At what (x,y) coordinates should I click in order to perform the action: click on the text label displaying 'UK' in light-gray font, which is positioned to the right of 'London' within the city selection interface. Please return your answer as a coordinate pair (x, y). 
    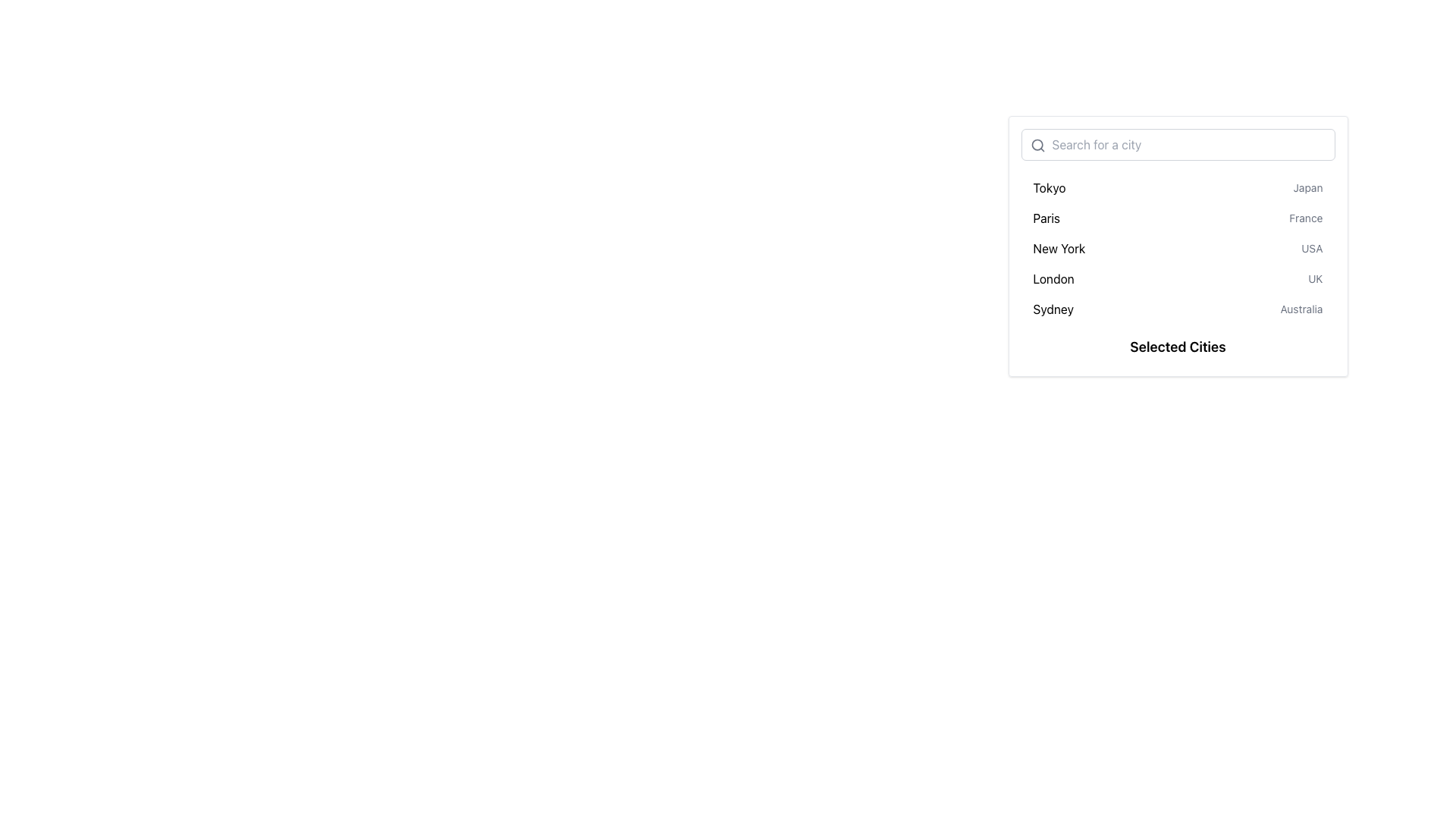
    Looking at the image, I should click on (1314, 278).